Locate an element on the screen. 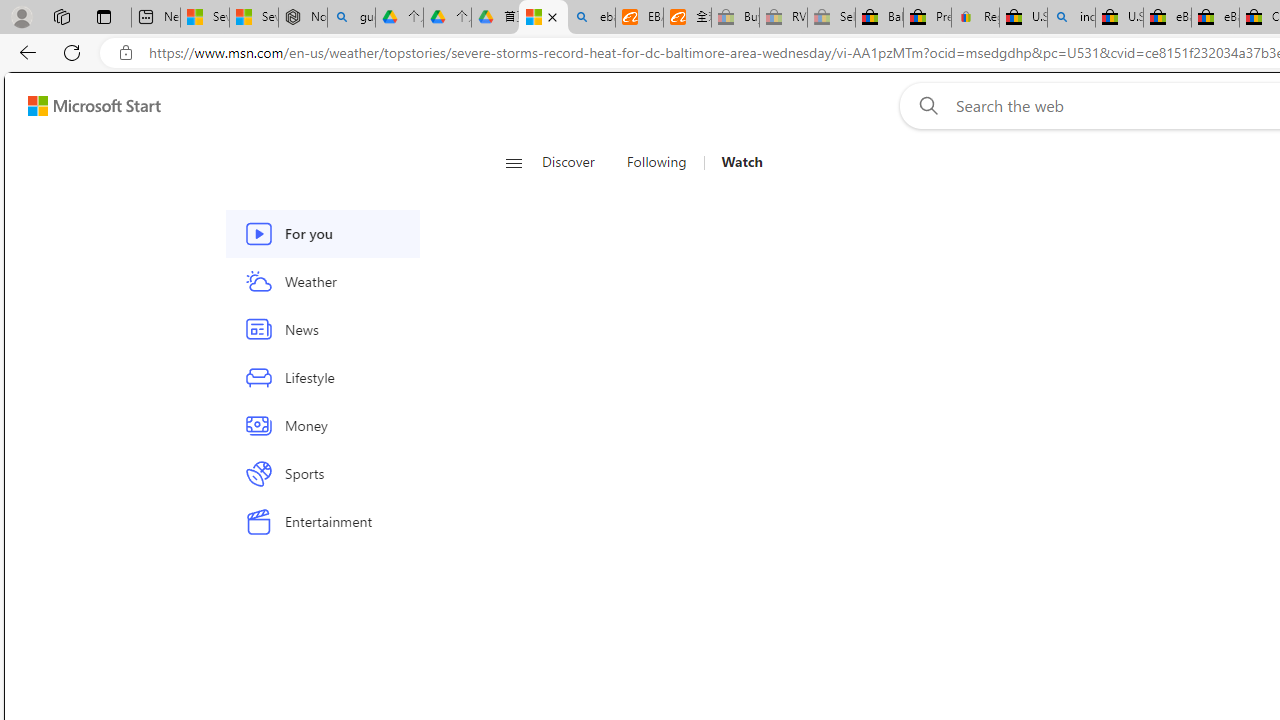  'Register: Create a personal eBay account' is located at coordinates (976, 17).